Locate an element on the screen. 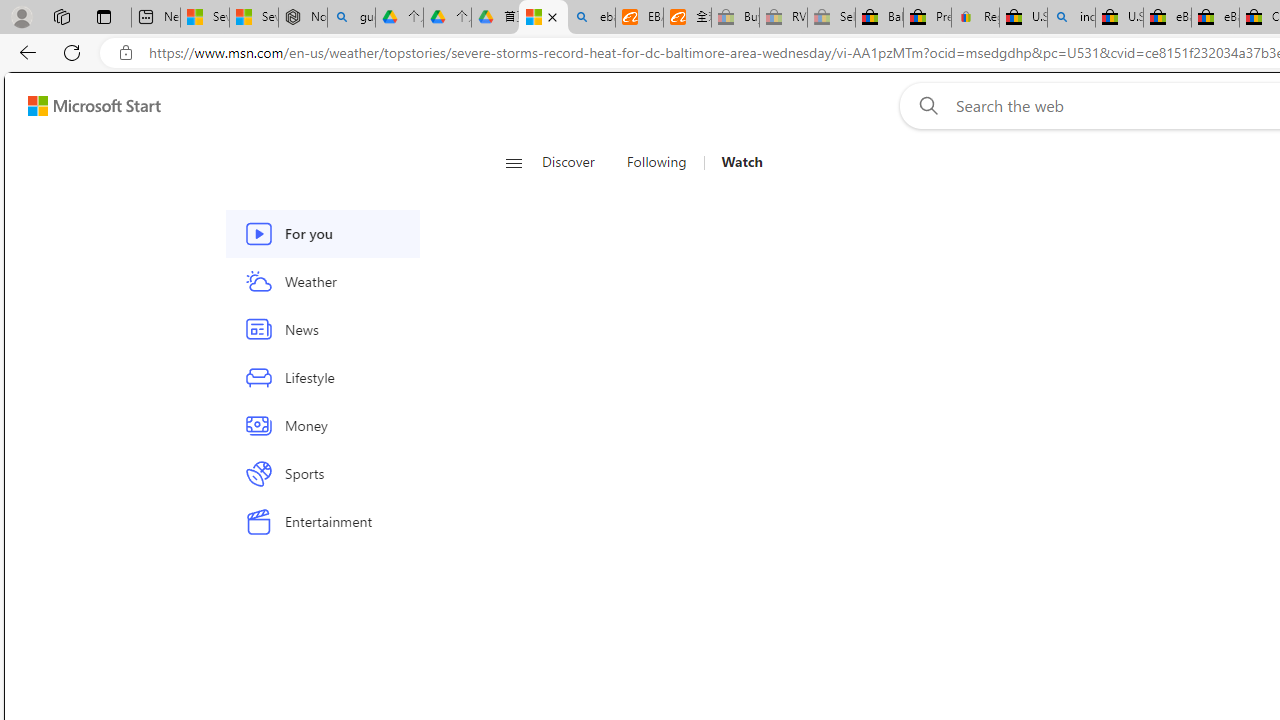  'Register: Create a personal eBay account' is located at coordinates (976, 17).